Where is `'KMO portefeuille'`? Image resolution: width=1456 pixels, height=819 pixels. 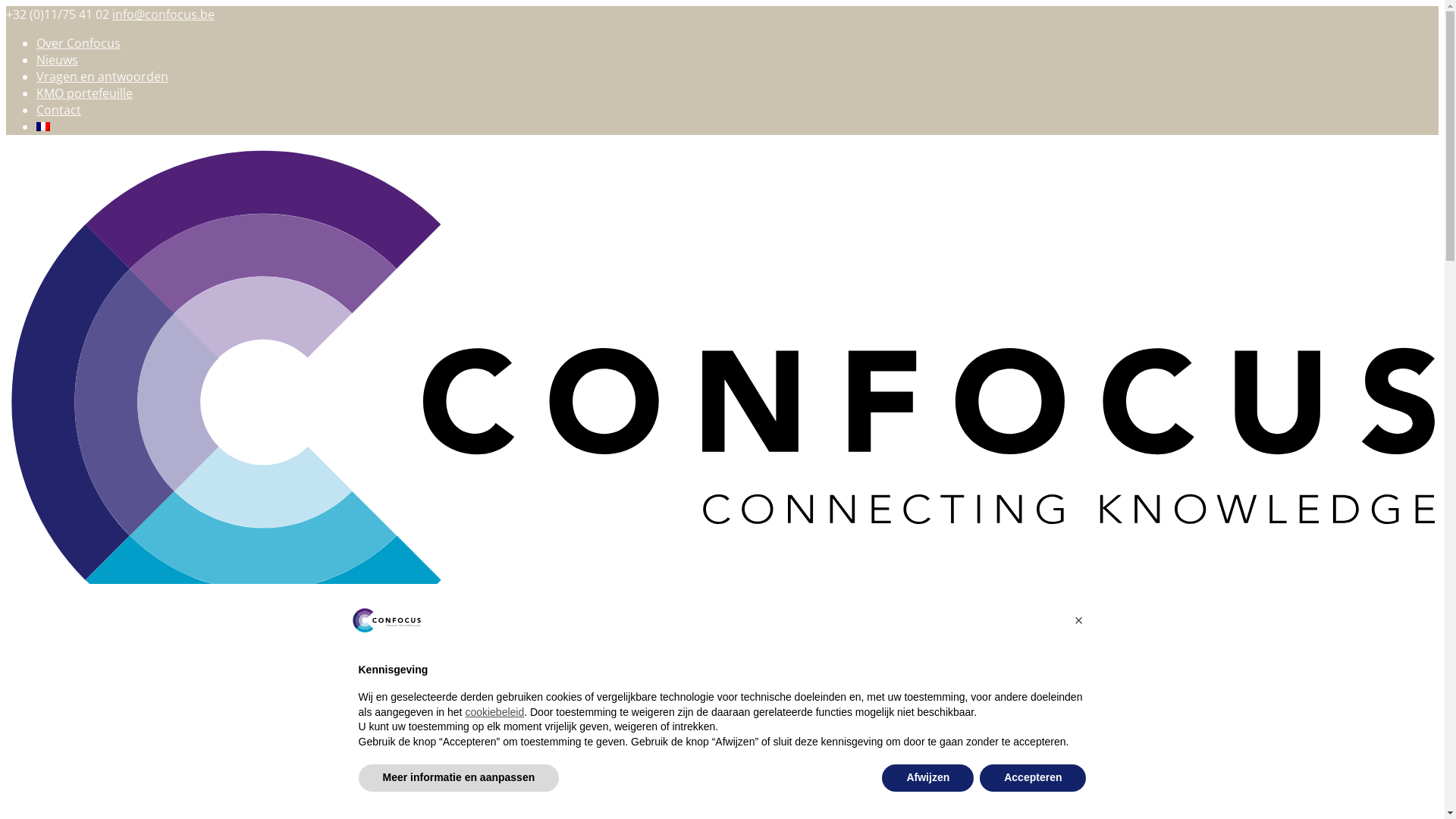
'KMO portefeuille' is located at coordinates (83, 93).